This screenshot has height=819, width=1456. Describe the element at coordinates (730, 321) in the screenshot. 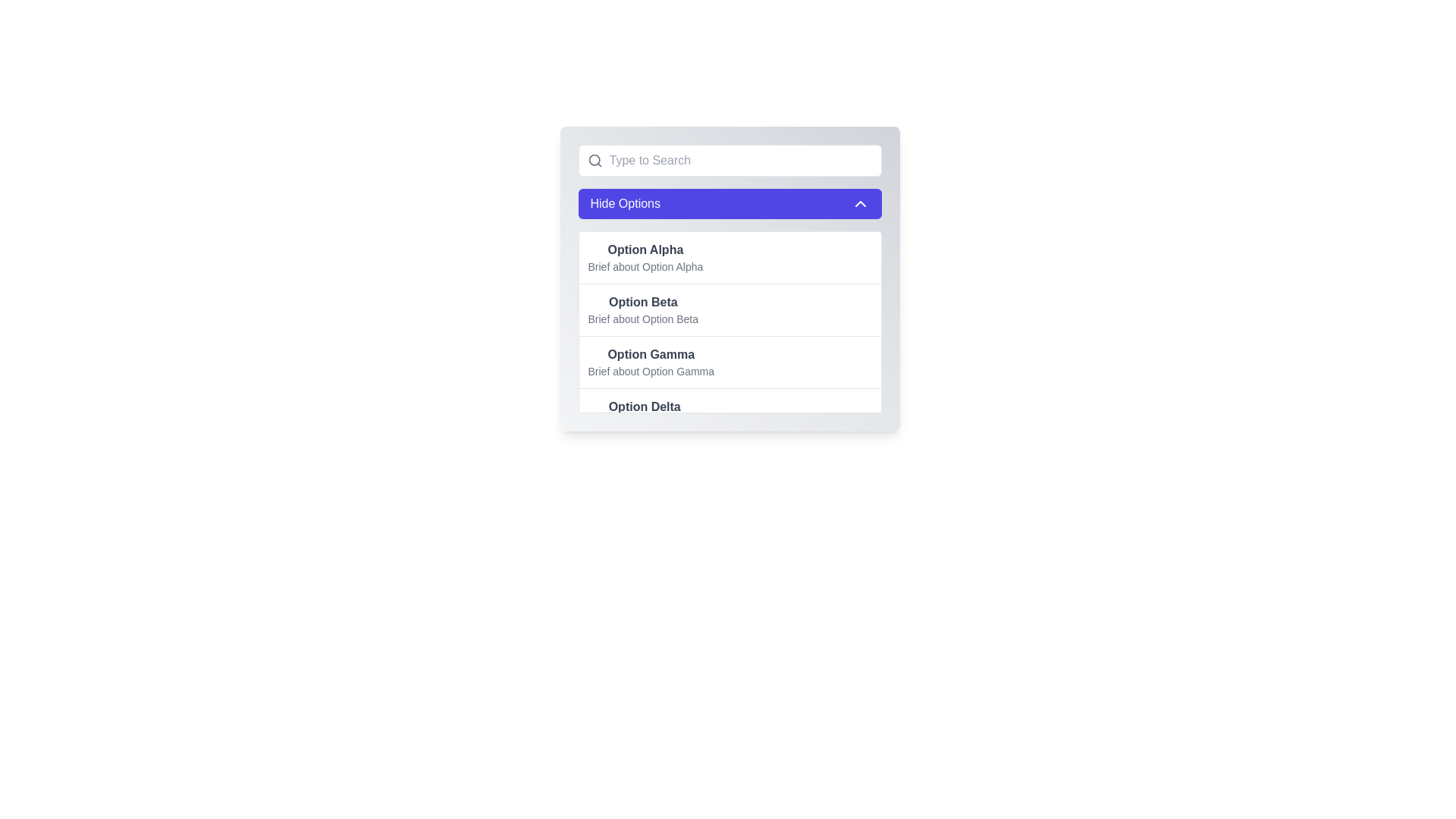

I see `the list item displaying 'Option Beta'` at that location.